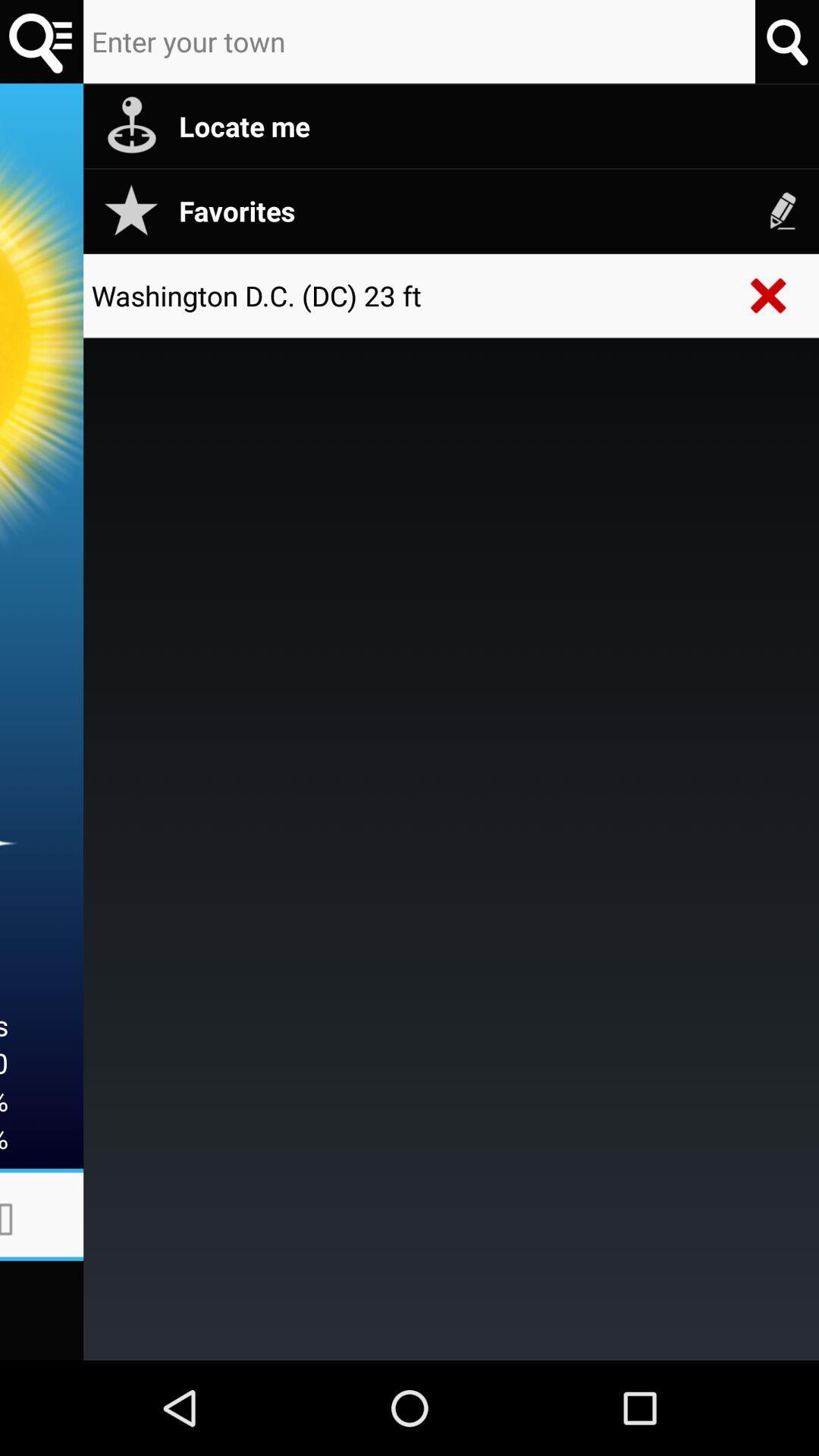  What do you see at coordinates (491, 126) in the screenshot?
I see `locate me item` at bounding box center [491, 126].